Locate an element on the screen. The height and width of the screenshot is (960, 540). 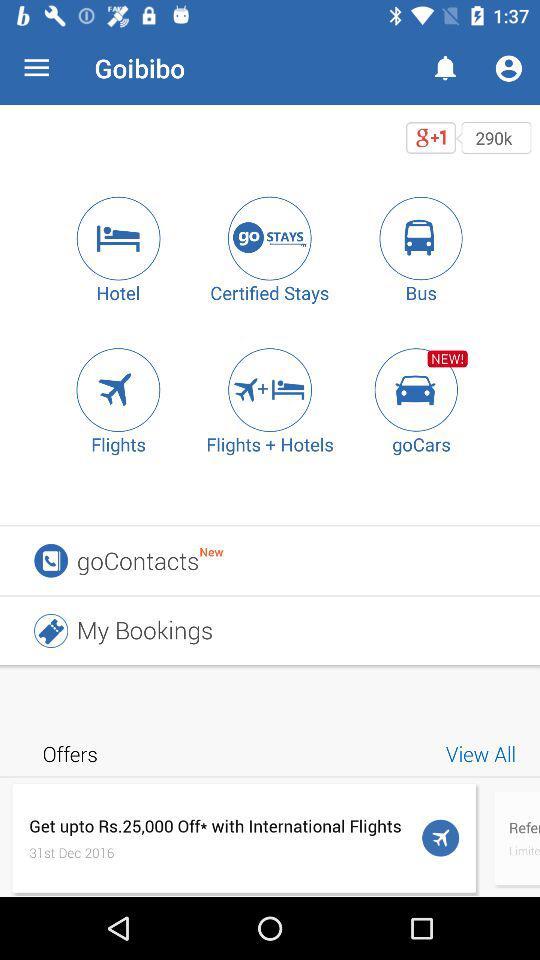
click on bus is located at coordinates (420, 238).